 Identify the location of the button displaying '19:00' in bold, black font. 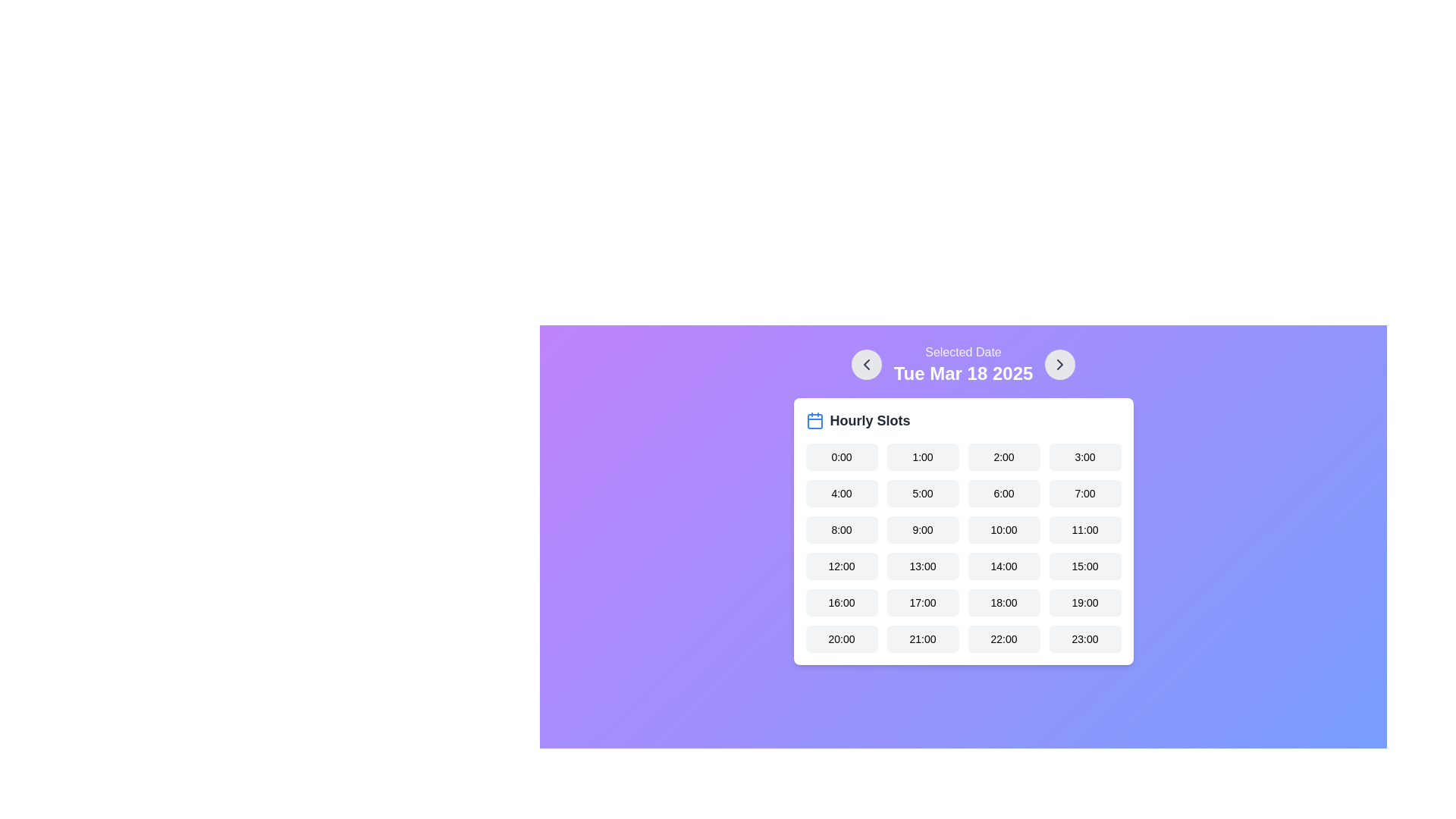
(1084, 601).